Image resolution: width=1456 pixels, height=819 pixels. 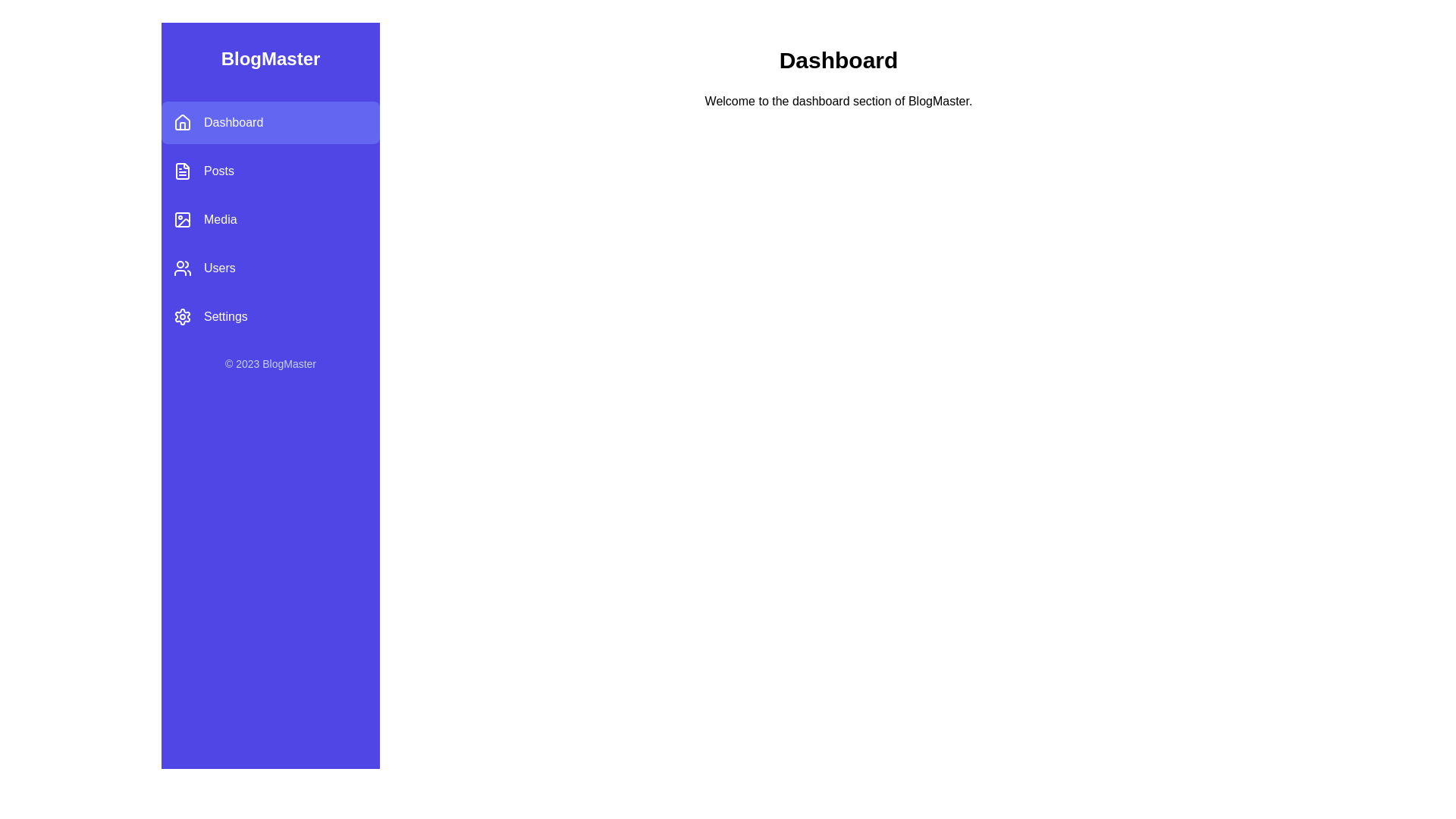 I want to click on the Text Label at the top of the sidebar, which serves as a title or branding label for the application, so click(x=270, y=58).